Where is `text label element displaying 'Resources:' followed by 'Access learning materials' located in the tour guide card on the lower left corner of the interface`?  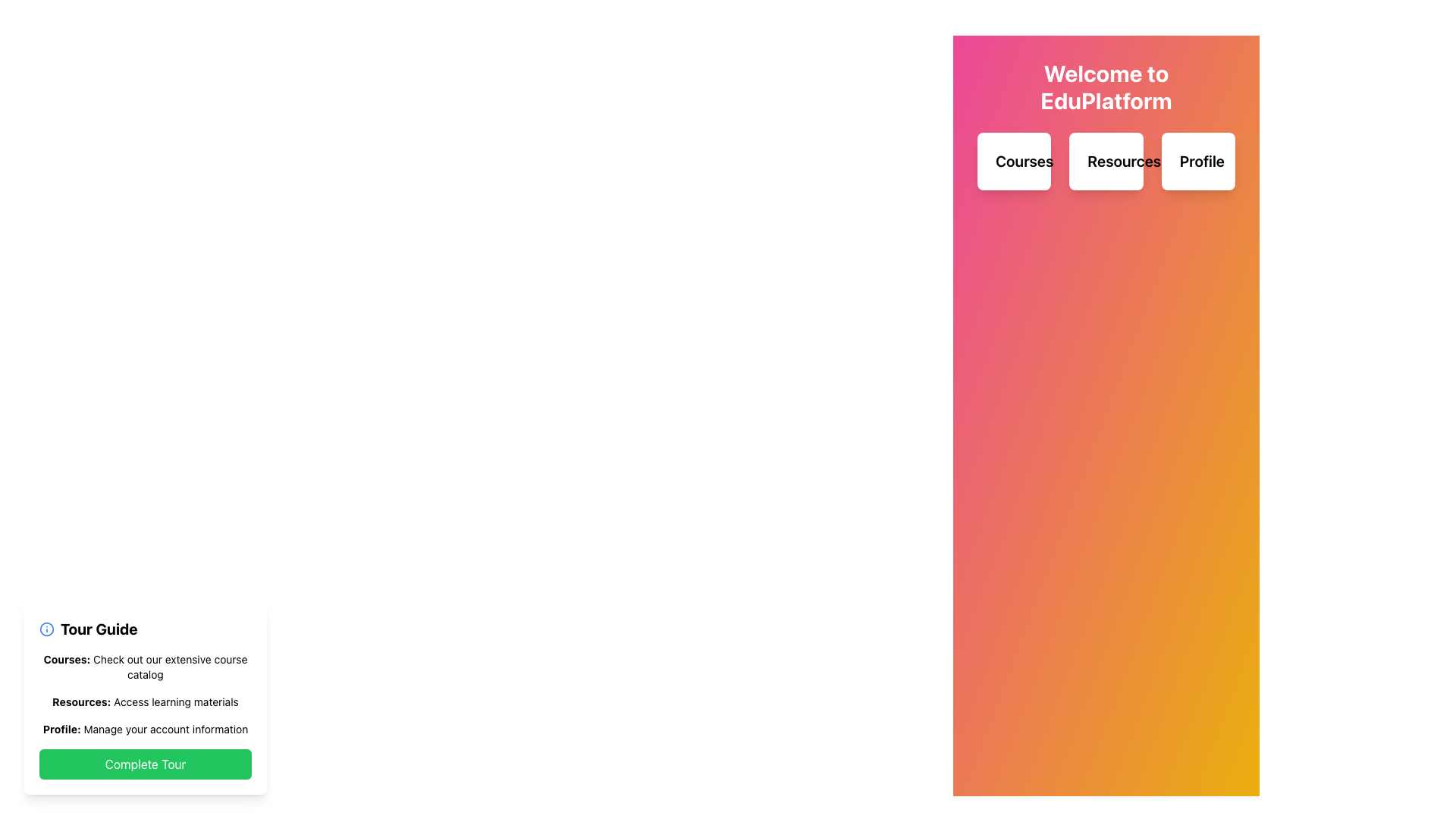
text label element displaying 'Resources:' followed by 'Access learning materials' located in the tour guide card on the lower left corner of the interface is located at coordinates (146, 701).